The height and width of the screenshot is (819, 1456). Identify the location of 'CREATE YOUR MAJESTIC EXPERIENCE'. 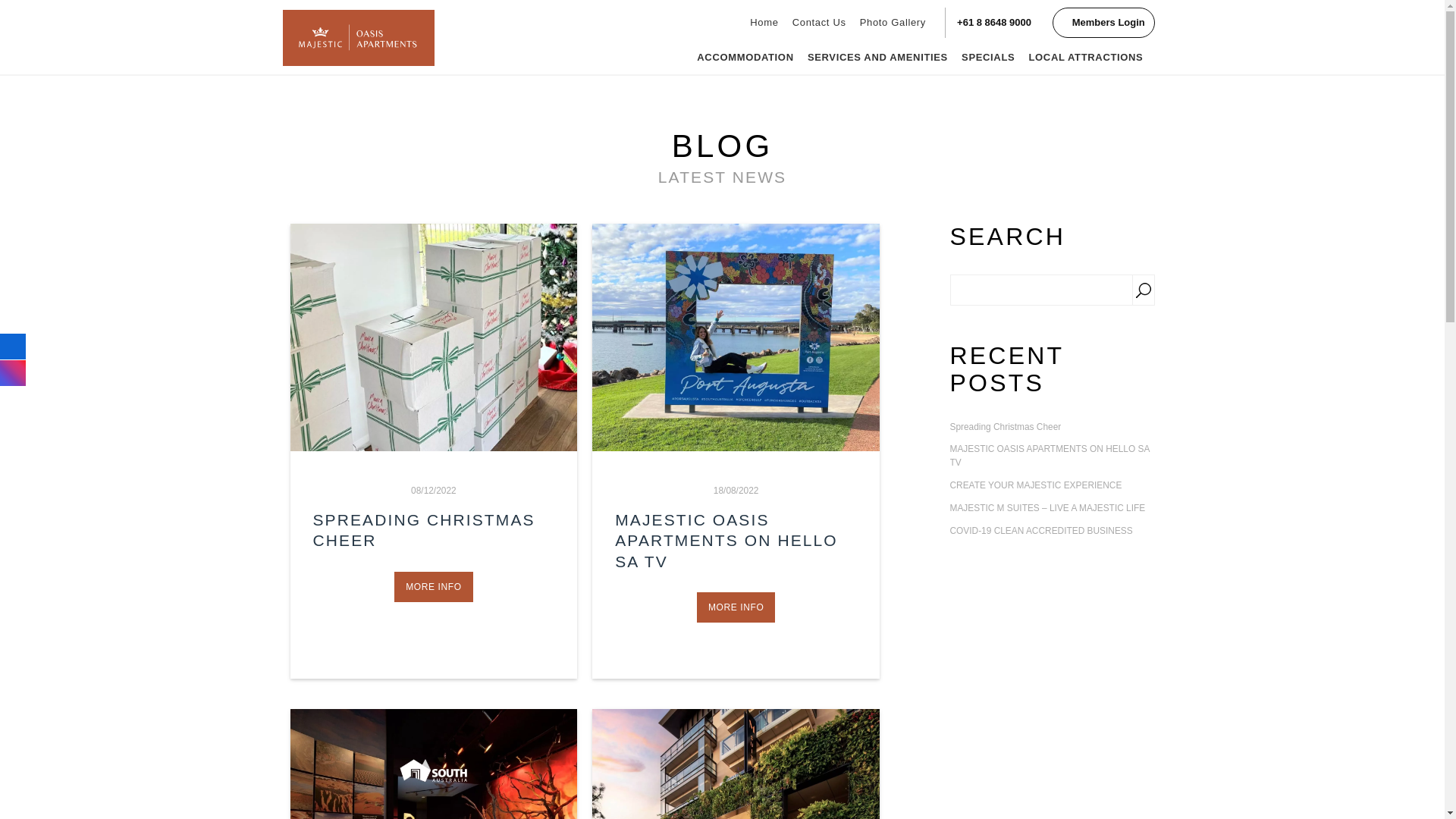
(1051, 485).